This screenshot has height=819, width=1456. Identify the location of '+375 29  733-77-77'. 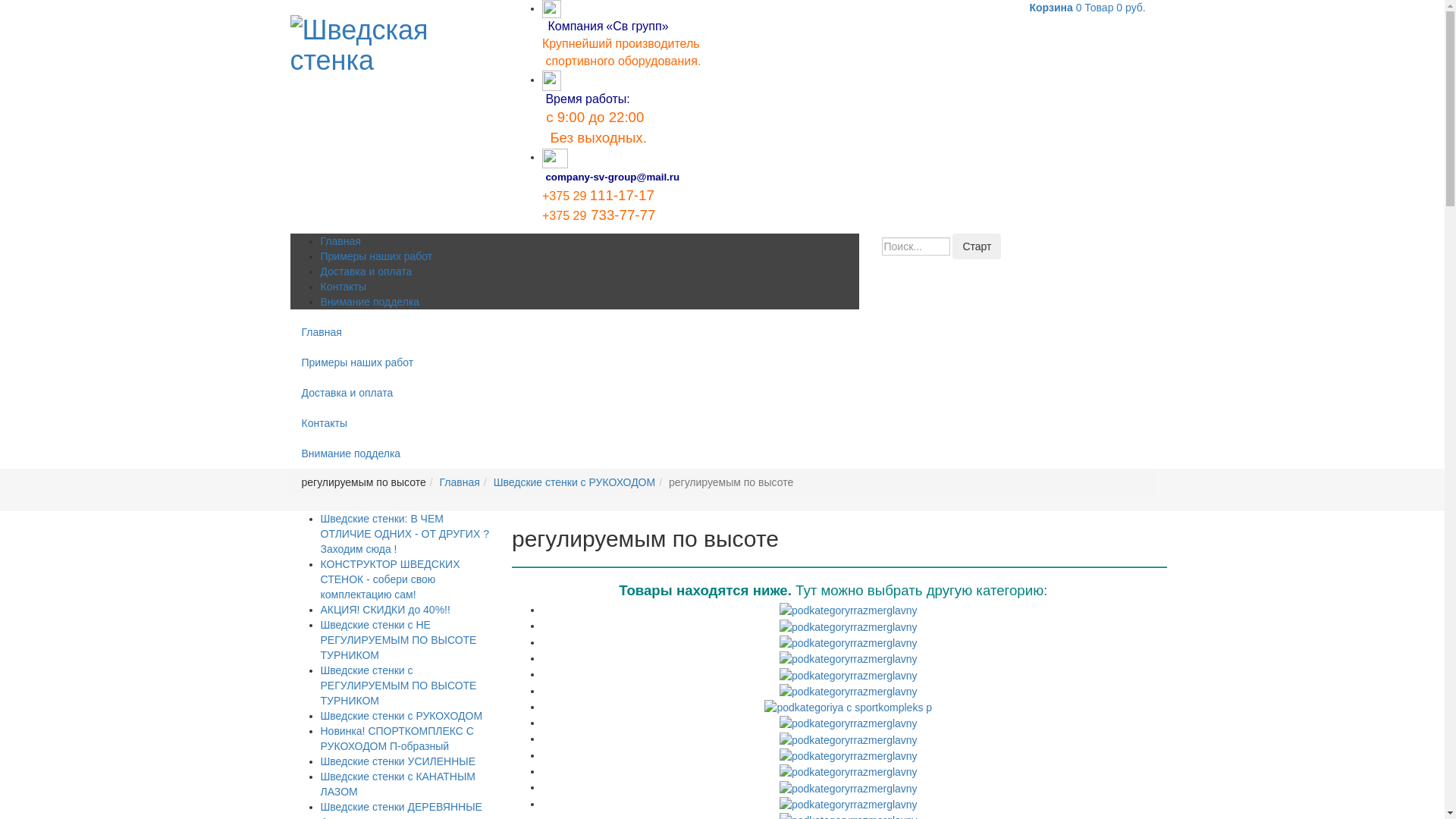
(598, 216).